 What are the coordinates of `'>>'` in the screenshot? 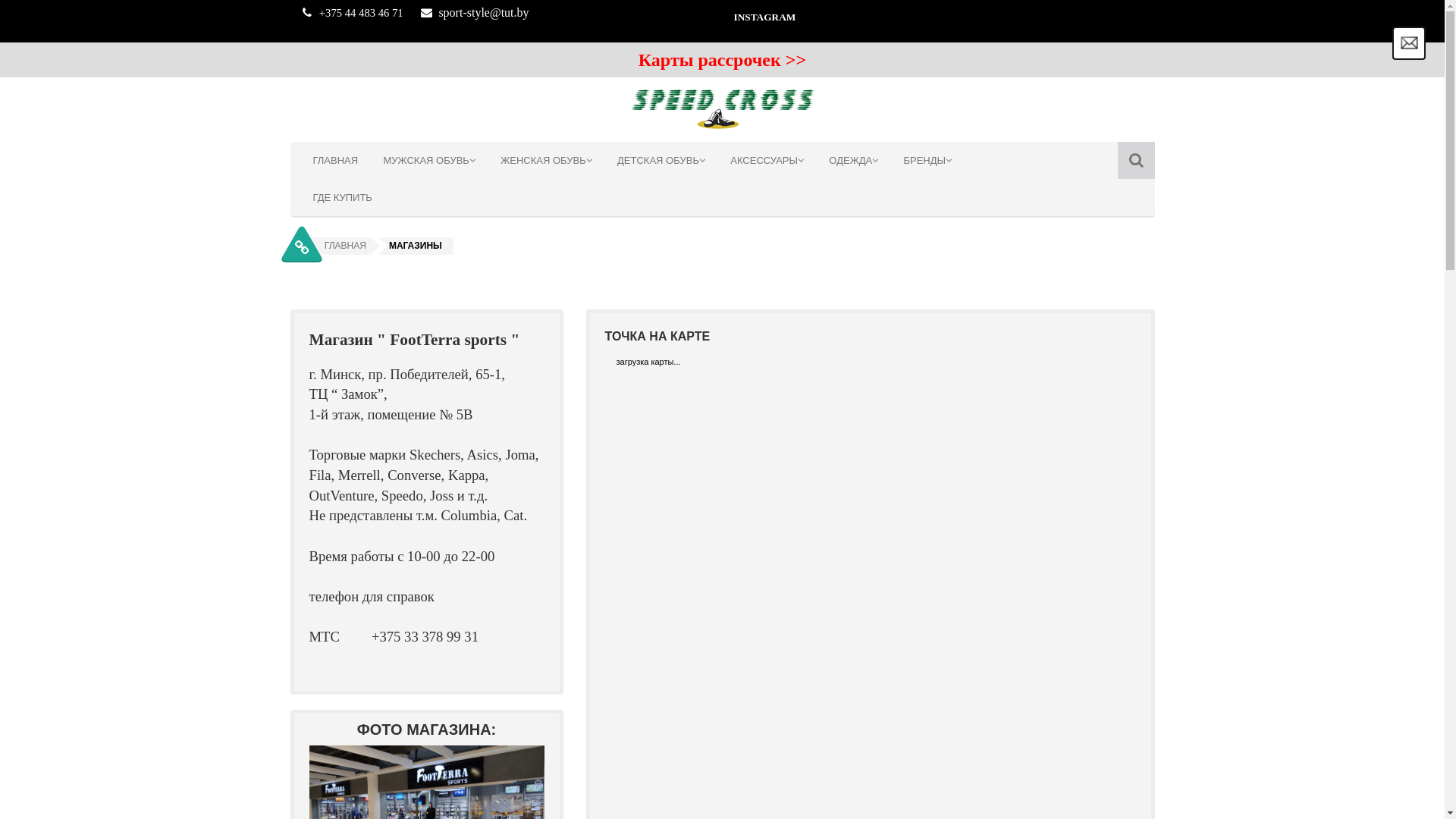 It's located at (786, 61).